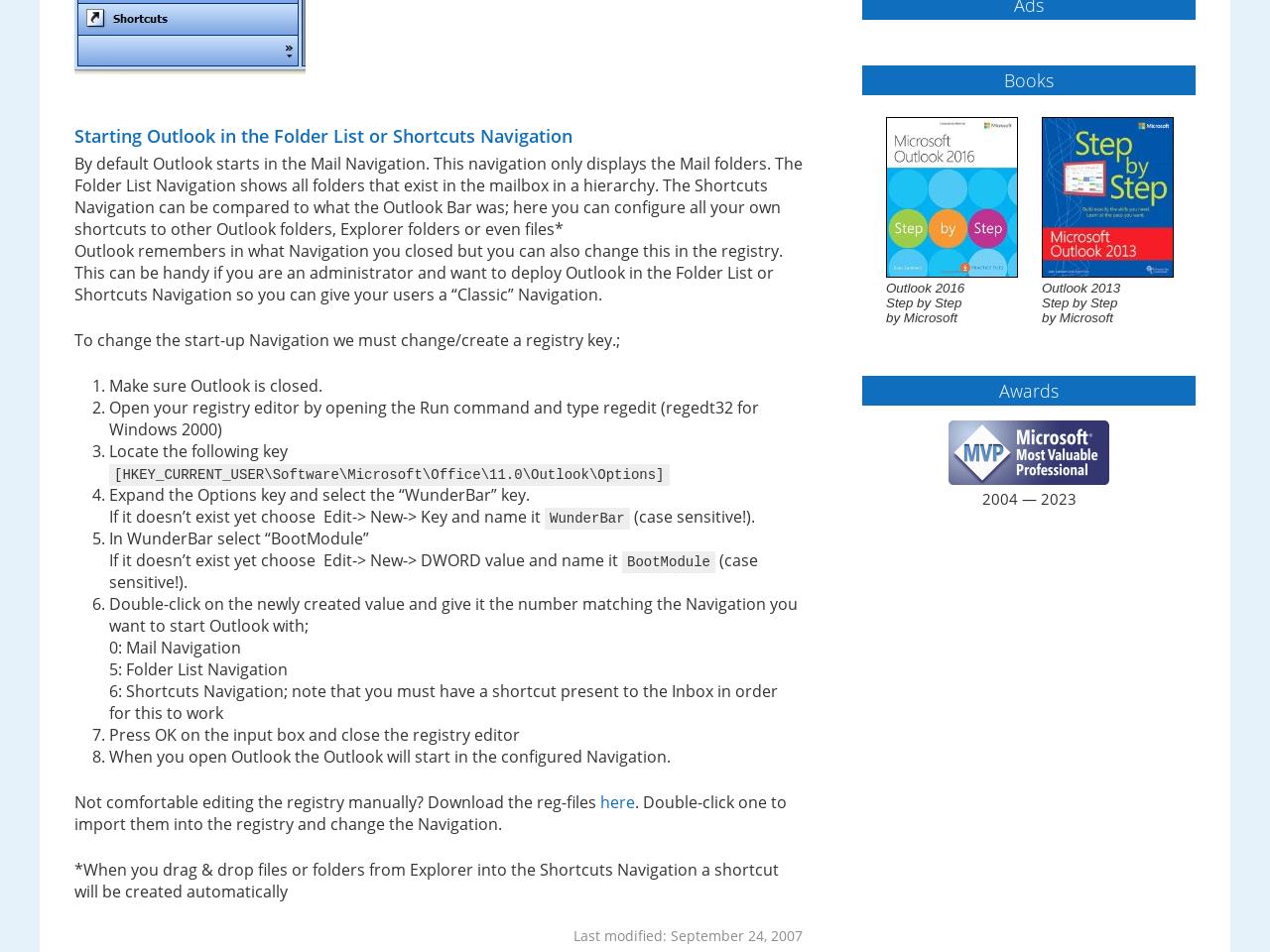  What do you see at coordinates (346, 340) in the screenshot?
I see `'To change the start-up Navigation we must change/create a registry key.;'` at bounding box center [346, 340].